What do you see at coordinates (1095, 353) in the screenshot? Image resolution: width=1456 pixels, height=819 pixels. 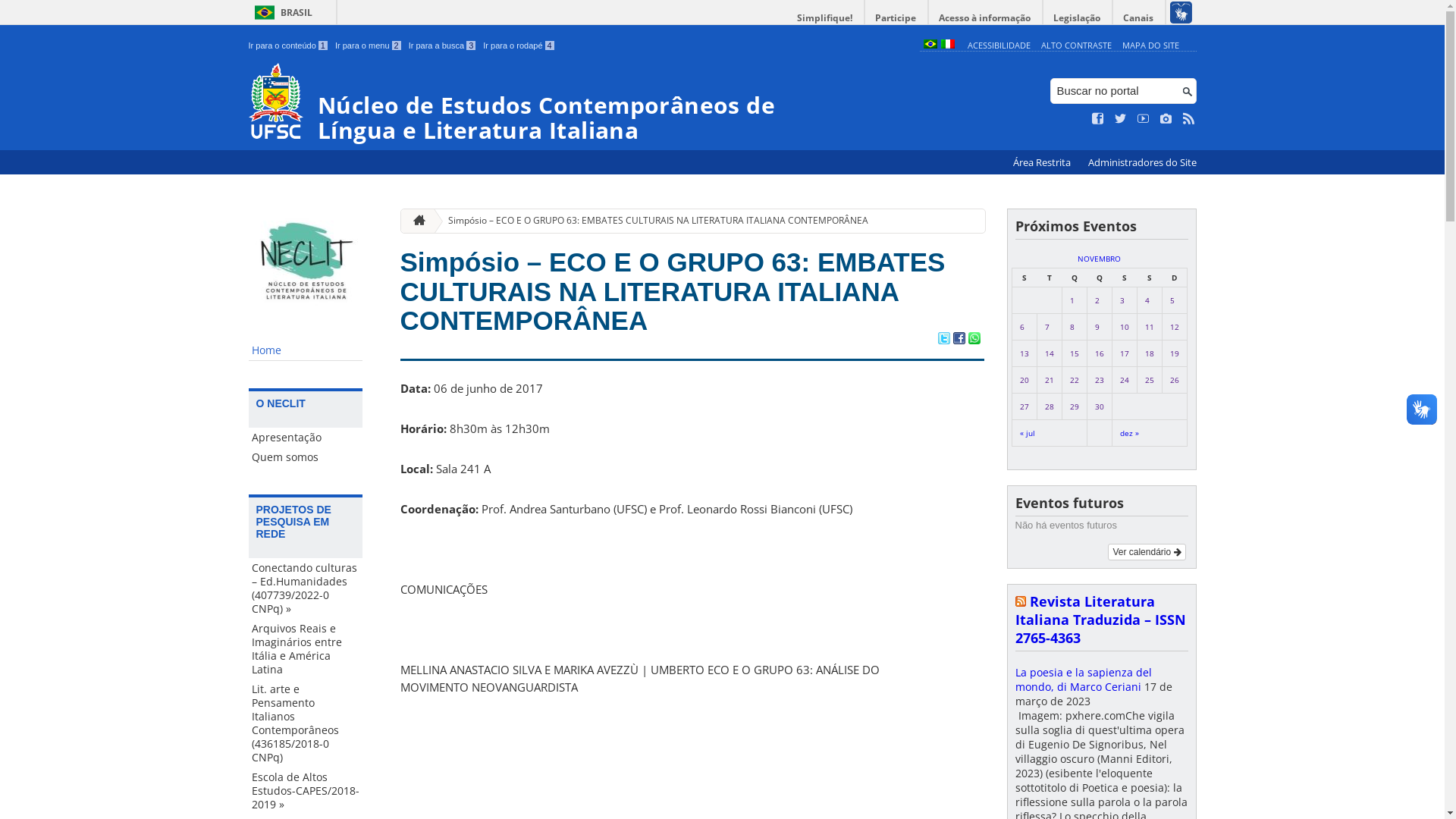 I see `'16'` at bounding box center [1095, 353].